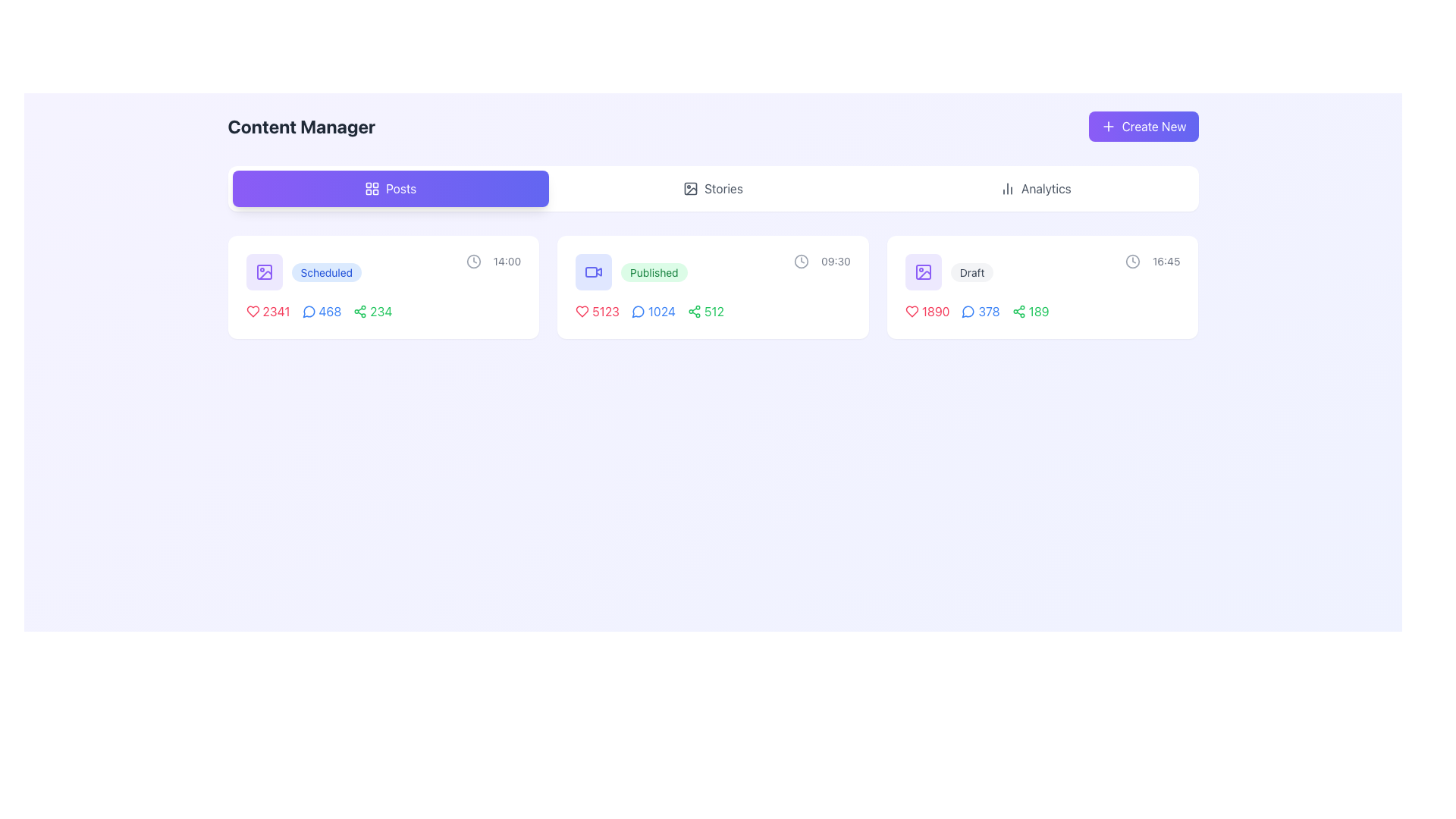 The image size is (1456, 819). What do you see at coordinates (801, 260) in the screenshot?
I see `the circular clock icon with a thin gray border and black clock hands, which is located in the third card adjacent to the time text '09:30'` at bounding box center [801, 260].